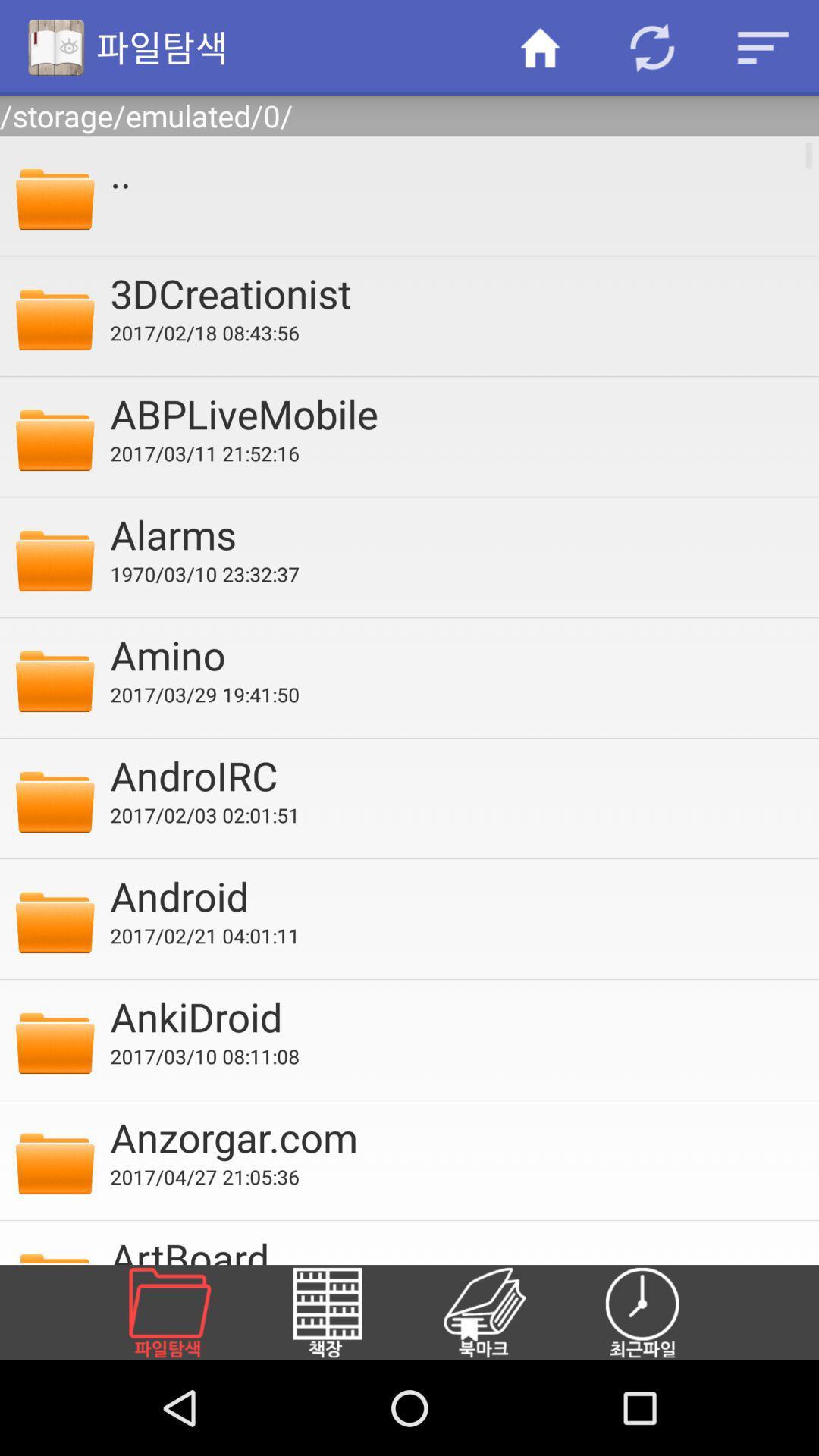  Describe the element at coordinates (187, 1312) in the screenshot. I see `app below artboard item` at that location.